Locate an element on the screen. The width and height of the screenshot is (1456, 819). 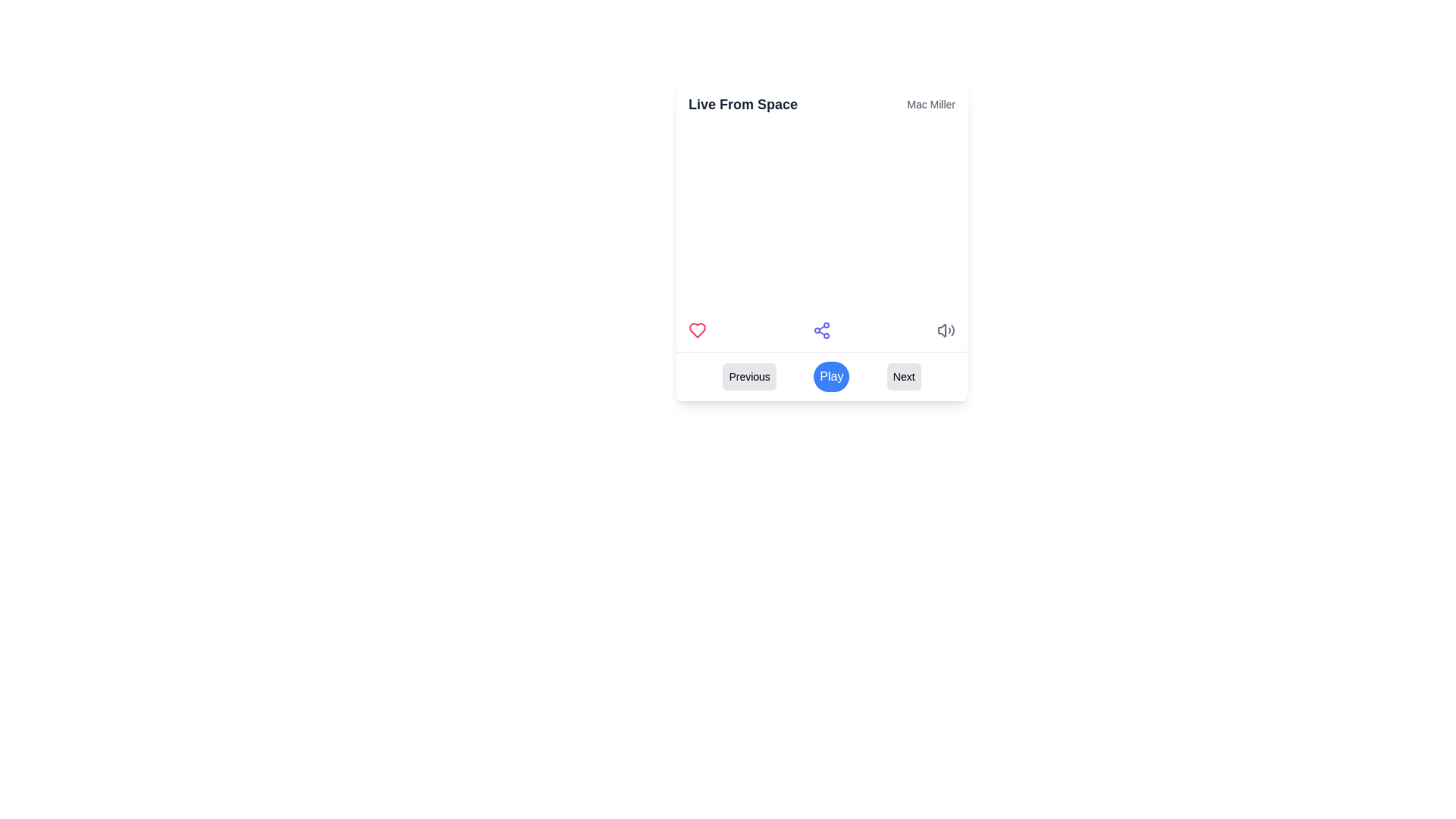
the text label displaying 'Live From Space', which is prominently styled in dark bold font and positioned above the subtitle 'Mac Miller' is located at coordinates (742, 104).